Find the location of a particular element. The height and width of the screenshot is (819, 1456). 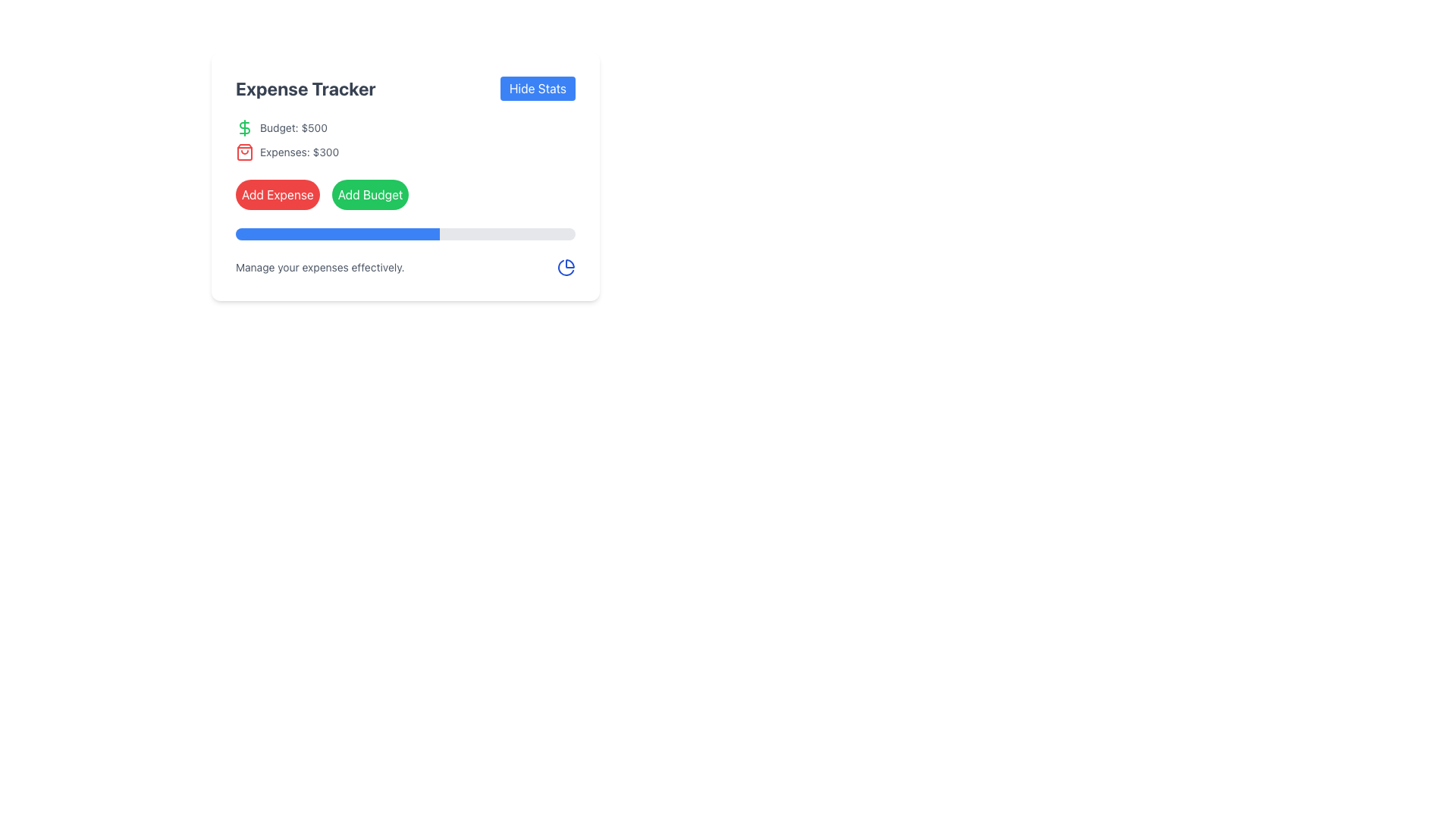

the icon representing expenses, located to the left of the text 'Expenses: $300' is located at coordinates (244, 152).